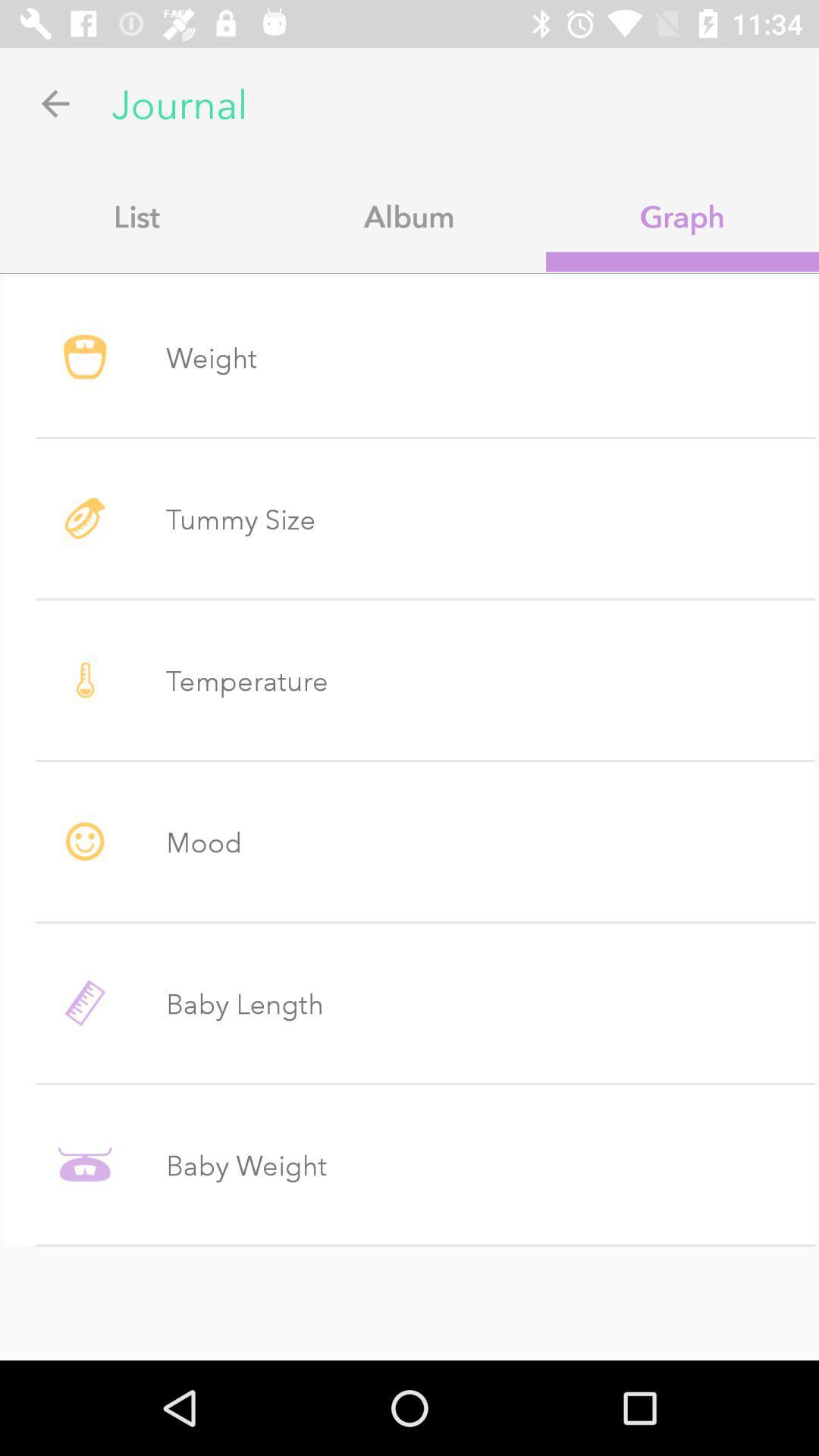  Describe the element at coordinates (55, 102) in the screenshot. I see `item above the list item` at that location.